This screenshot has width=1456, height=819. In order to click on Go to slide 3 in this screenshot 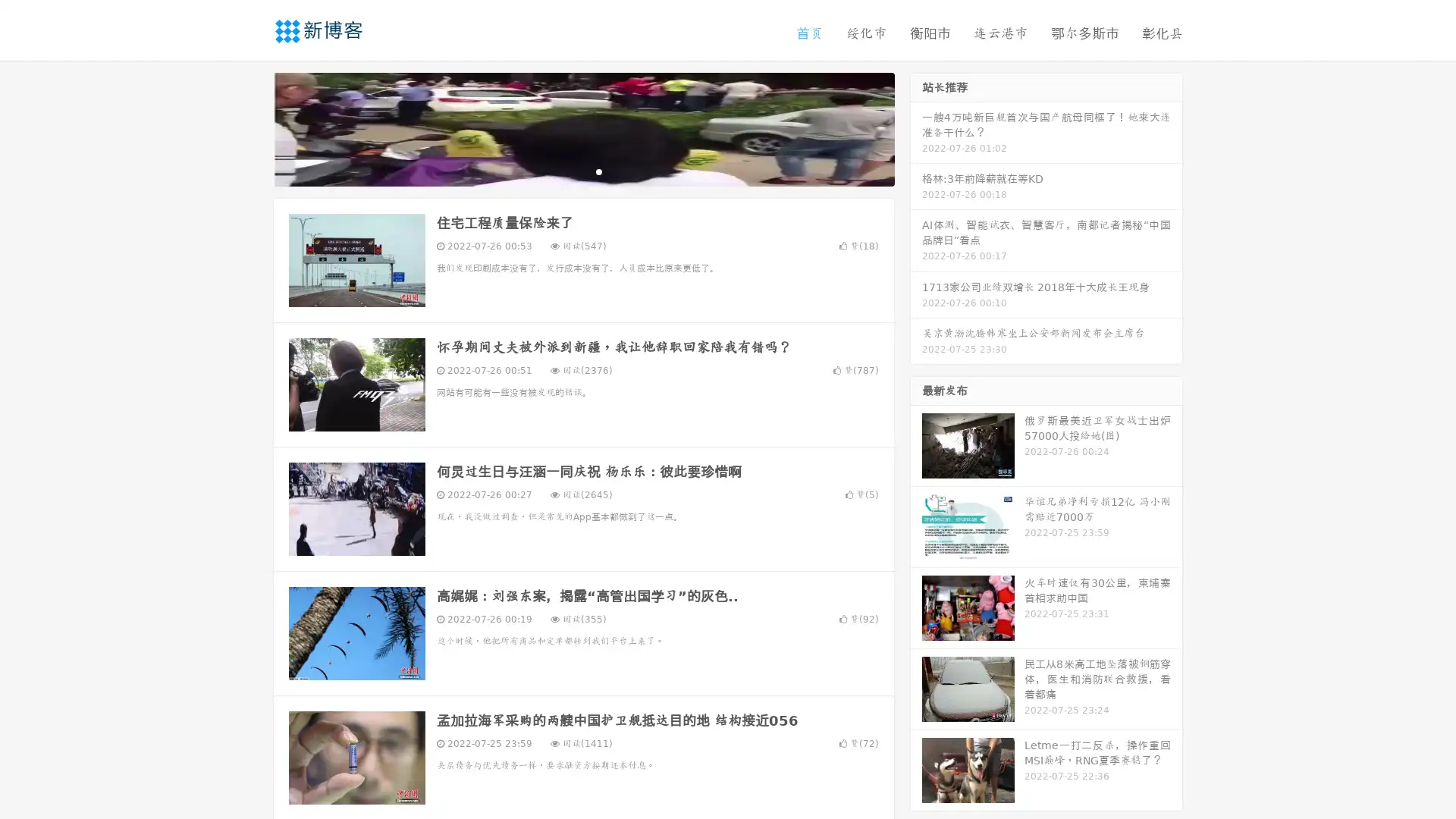, I will do `click(598, 171)`.